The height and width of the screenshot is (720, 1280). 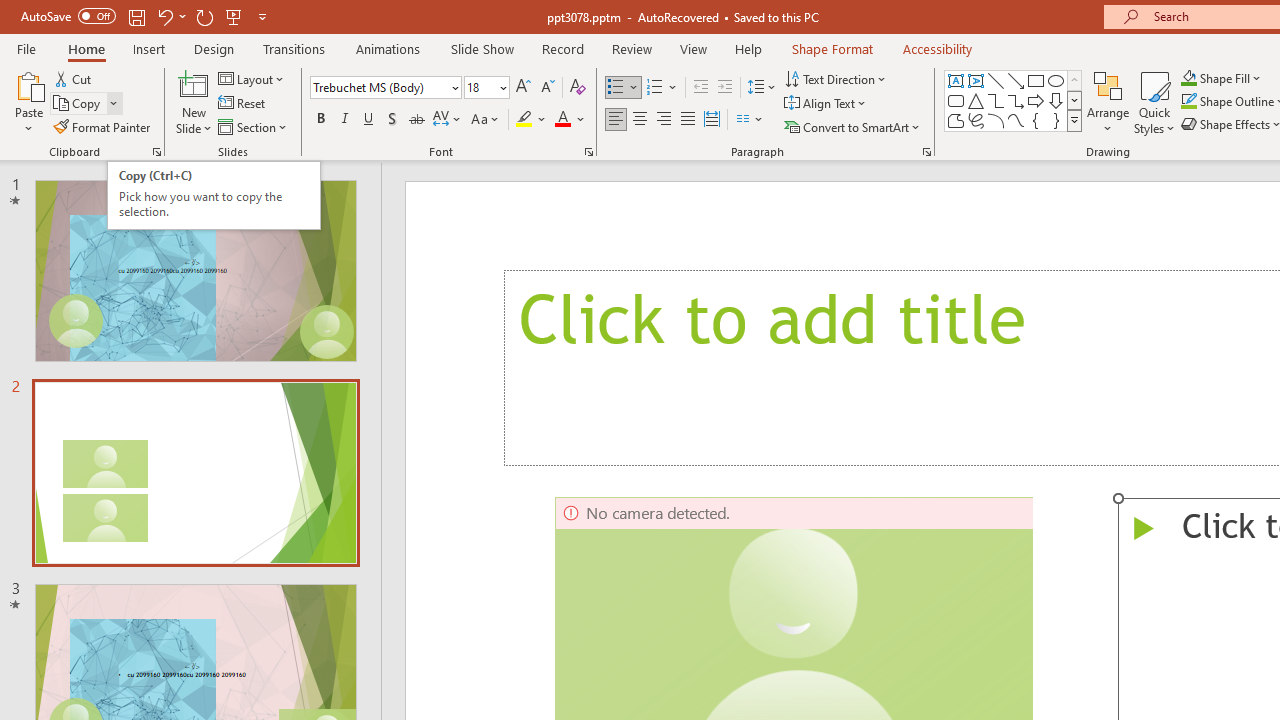 I want to click on 'Shape Outline Green, Accent 1', so click(x=1189, y=101).